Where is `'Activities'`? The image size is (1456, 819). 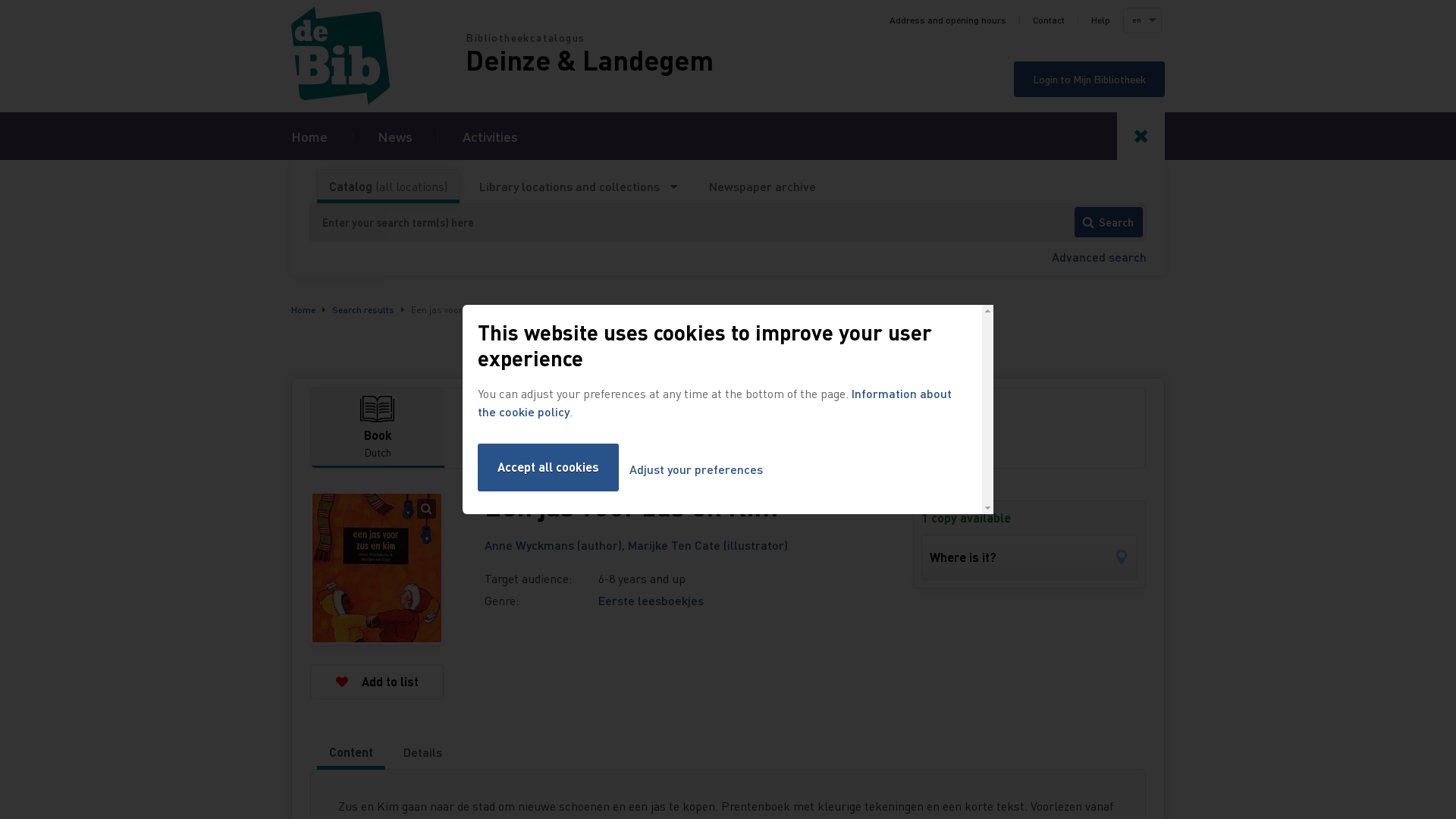
'Activities' is located at coordinates (490, 135).